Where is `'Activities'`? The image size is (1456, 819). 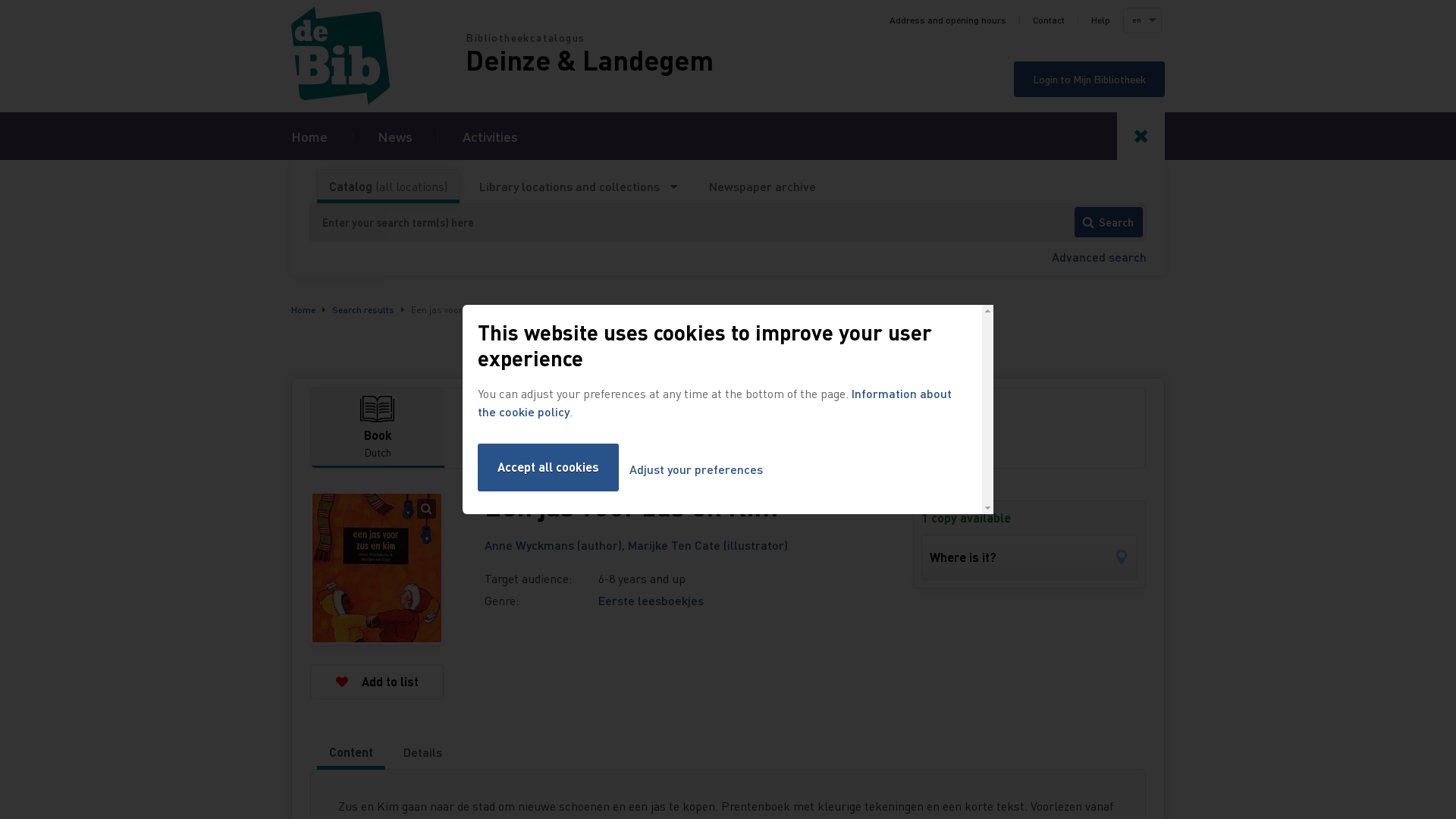
'Activities' is located at coordinates (490, 135).